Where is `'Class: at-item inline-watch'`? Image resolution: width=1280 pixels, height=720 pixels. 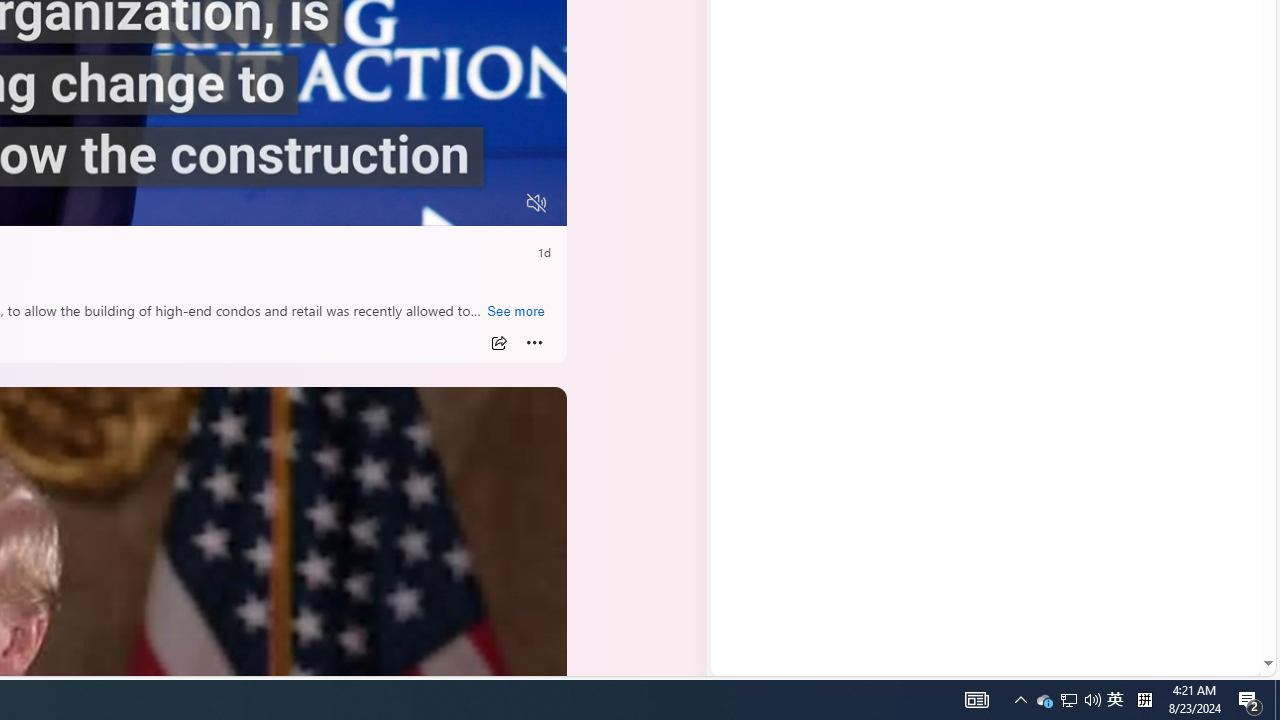 'Class: at-item inline-watch' is located at coordinates (534, 342).